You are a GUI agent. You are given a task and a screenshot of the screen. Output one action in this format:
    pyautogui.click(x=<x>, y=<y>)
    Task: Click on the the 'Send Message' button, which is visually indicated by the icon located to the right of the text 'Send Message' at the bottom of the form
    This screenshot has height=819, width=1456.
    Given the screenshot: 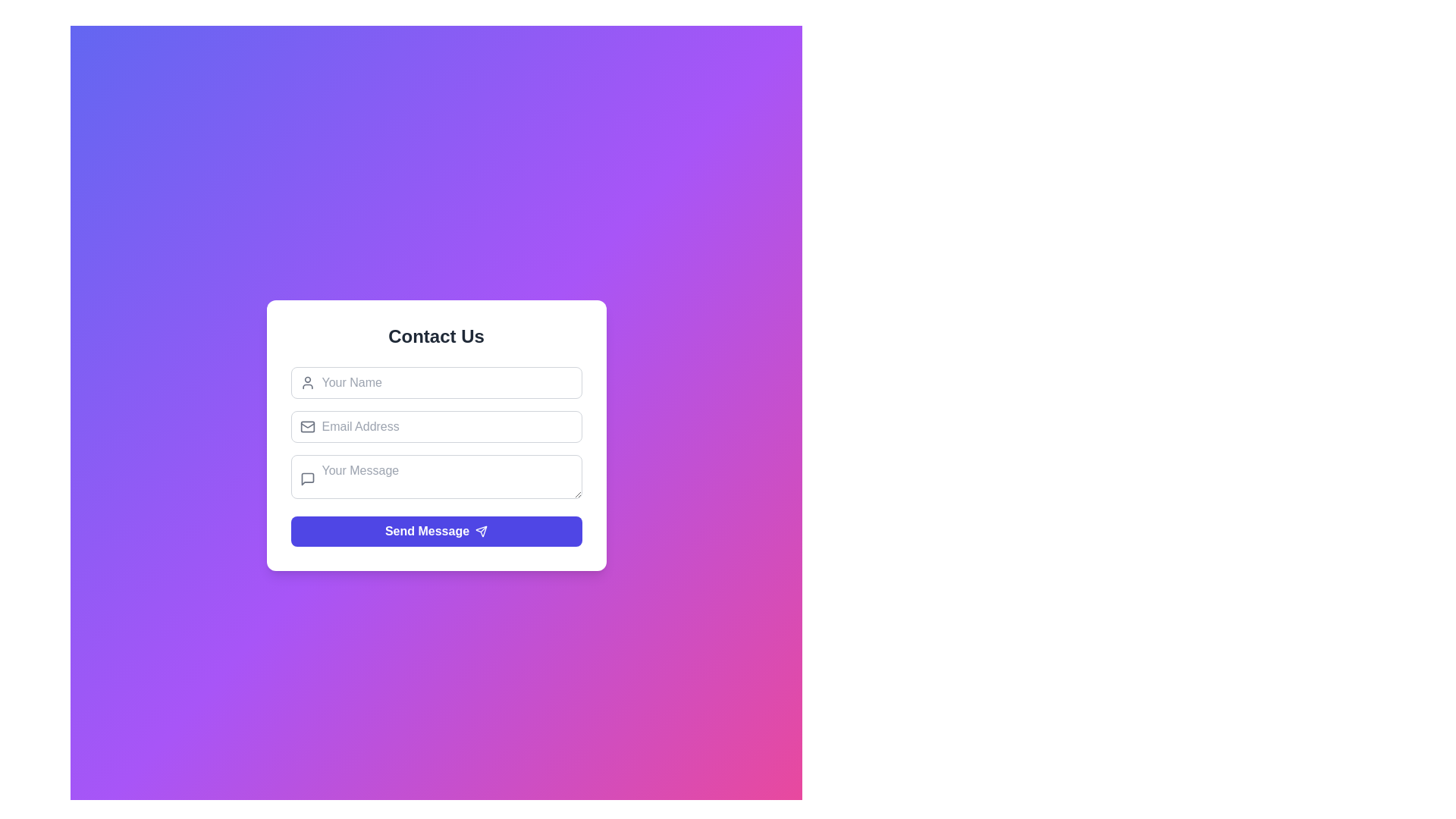 What is the action you would take?
    pyautogui.click(x=481, y=531)
    